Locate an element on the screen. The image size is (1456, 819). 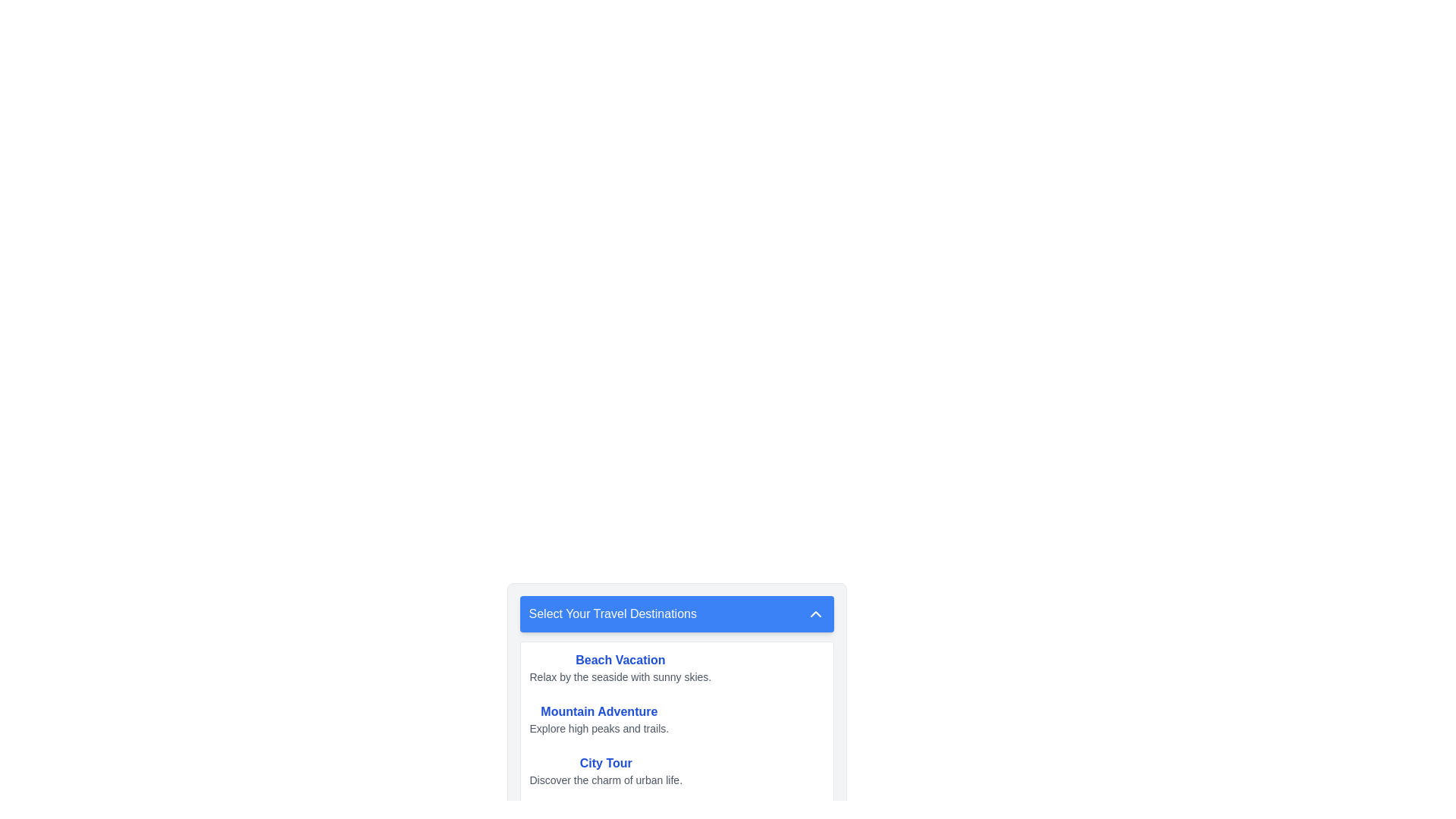
the first text block in the vertically aligned menu labeled 'Select Your Travel Destinations' that provides destination information is located at coordinates (620, 667).